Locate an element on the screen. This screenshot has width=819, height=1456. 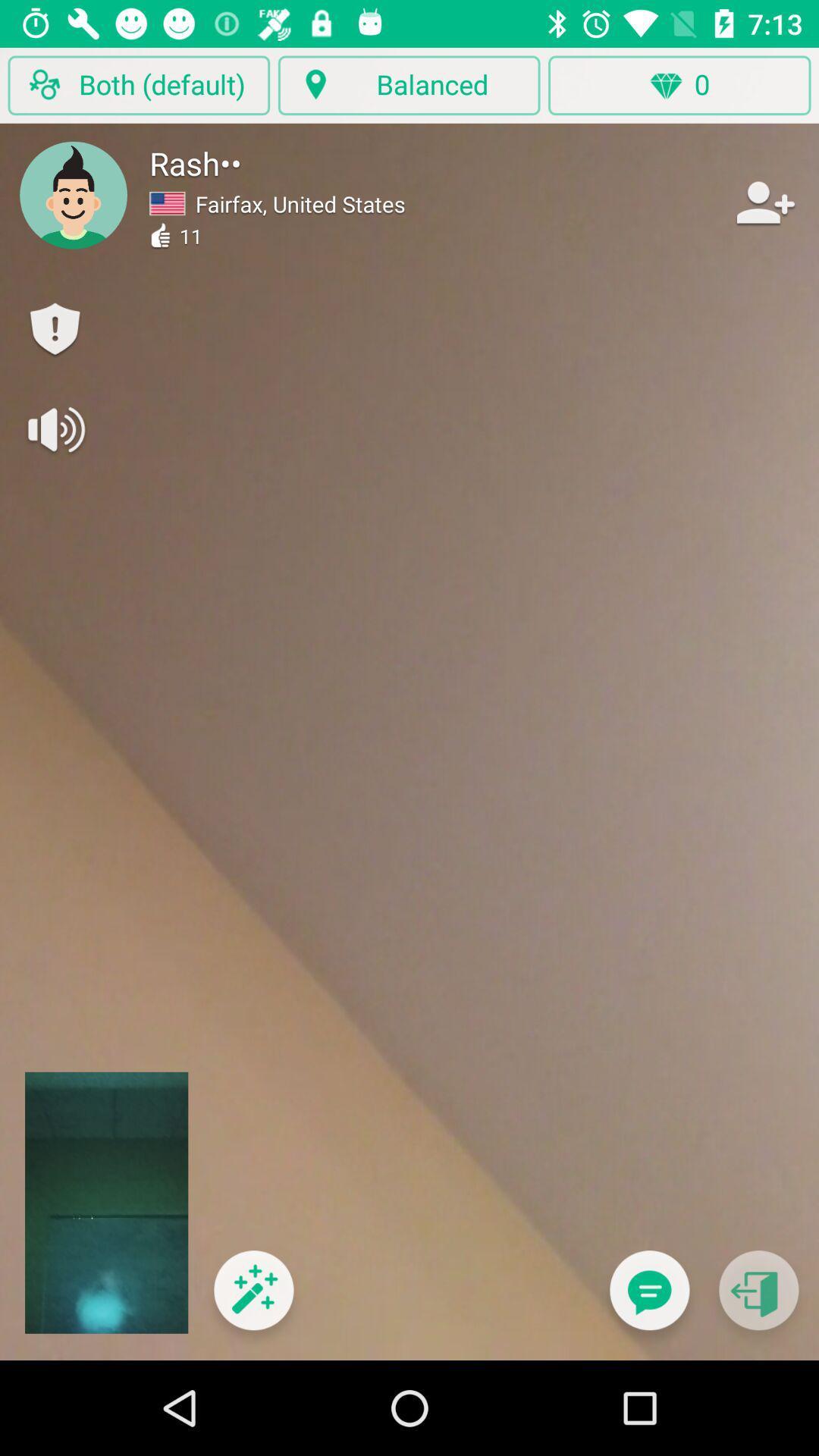
chat option is located at coordinates (648, 1299).